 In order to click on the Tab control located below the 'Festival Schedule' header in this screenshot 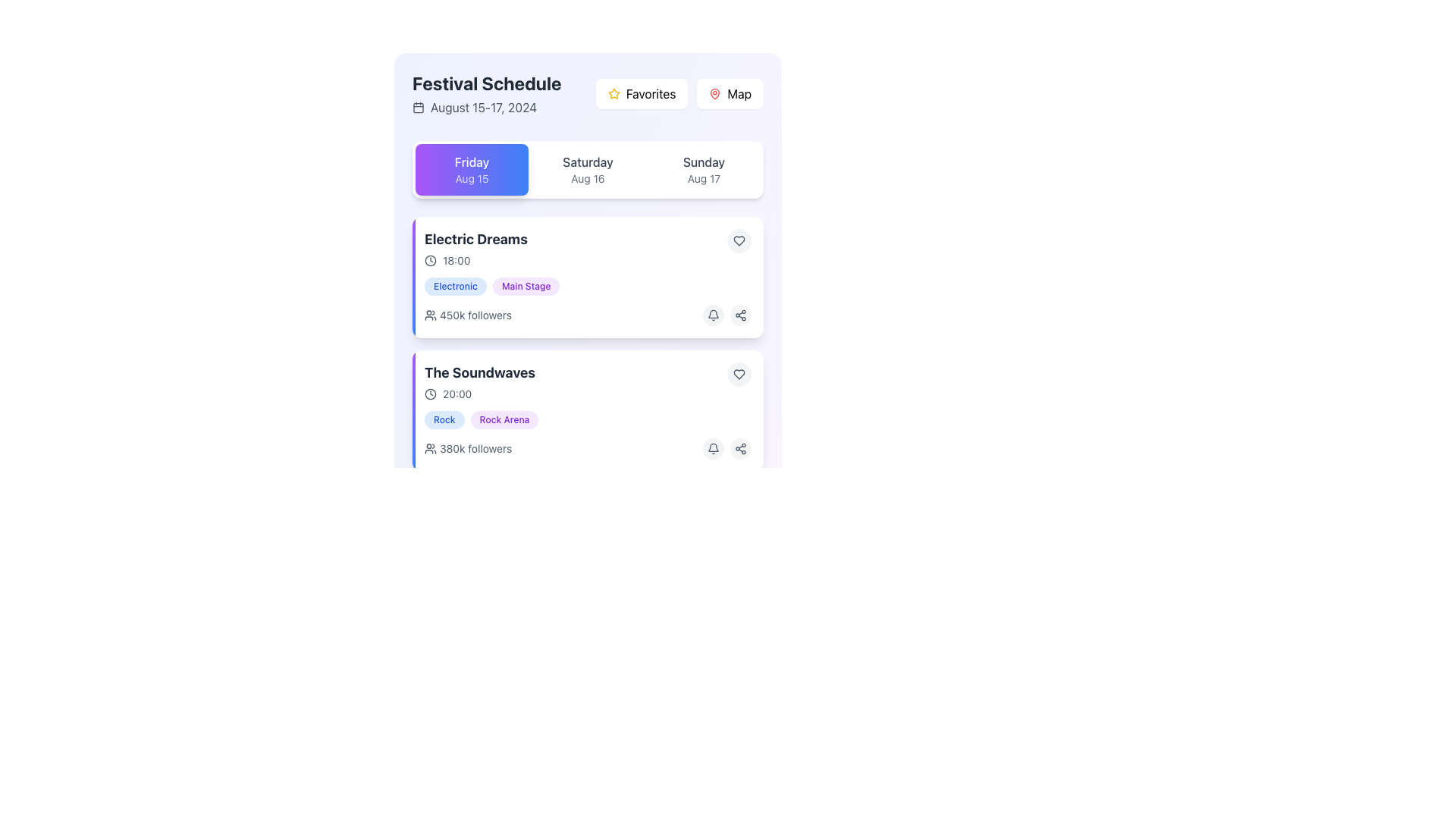, I will do `click(587, 169)`.